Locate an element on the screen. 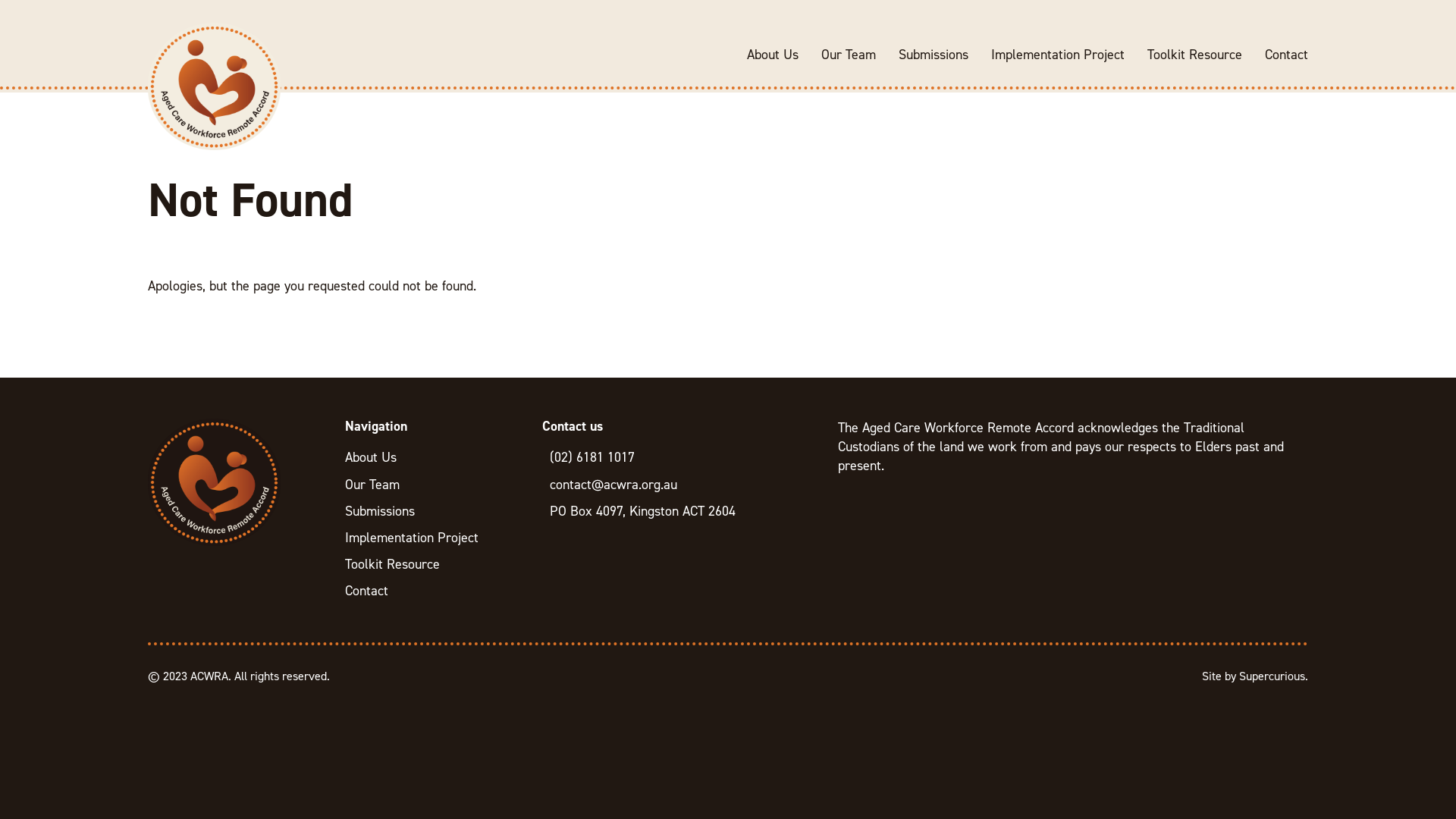  'About Us' is located at coordinates (344, 457).